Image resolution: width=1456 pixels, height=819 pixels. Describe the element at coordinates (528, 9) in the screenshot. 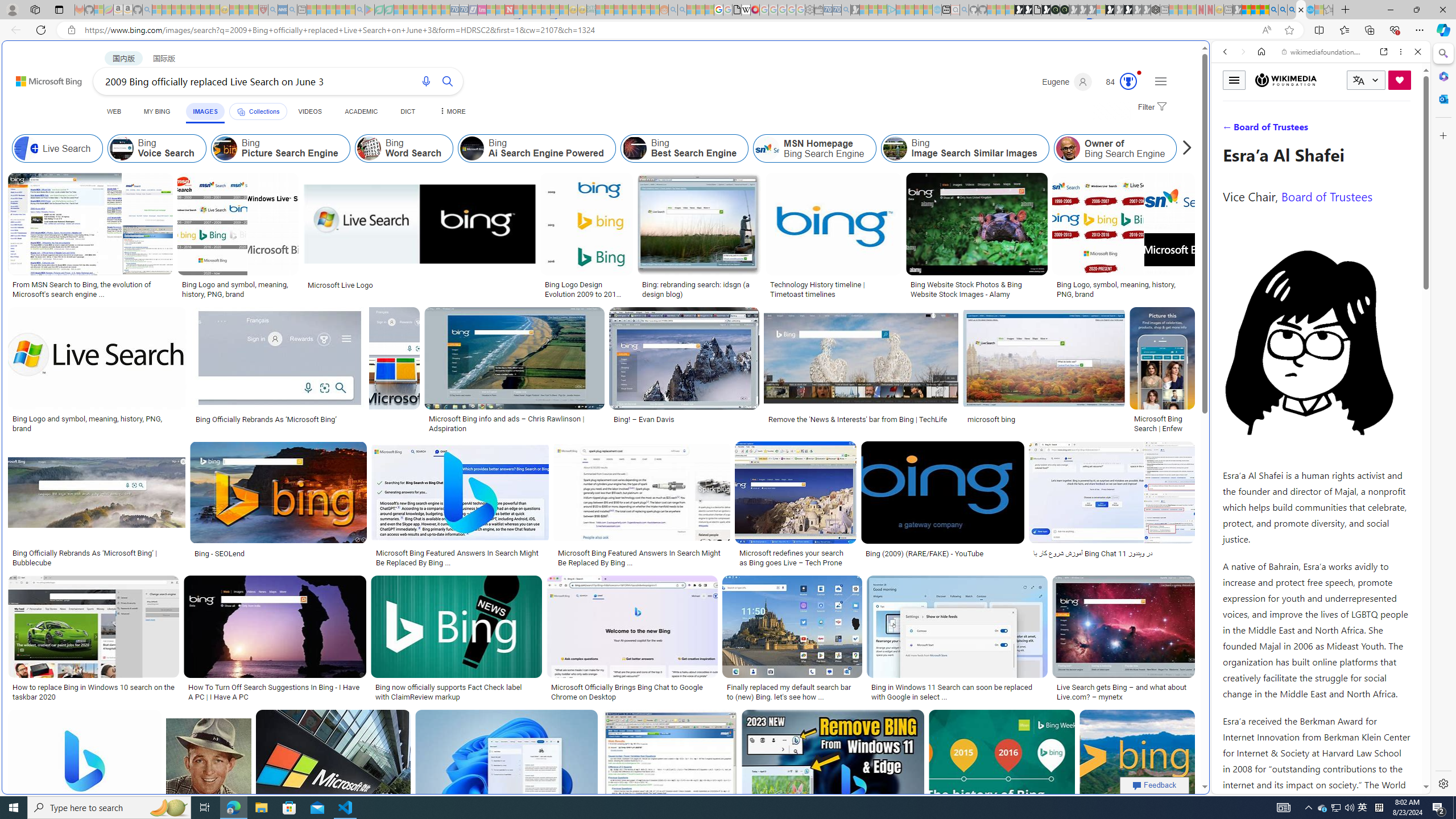

I see `'14 Common Myths Debunked By Scientific Facts - Sleeping'` at that location.